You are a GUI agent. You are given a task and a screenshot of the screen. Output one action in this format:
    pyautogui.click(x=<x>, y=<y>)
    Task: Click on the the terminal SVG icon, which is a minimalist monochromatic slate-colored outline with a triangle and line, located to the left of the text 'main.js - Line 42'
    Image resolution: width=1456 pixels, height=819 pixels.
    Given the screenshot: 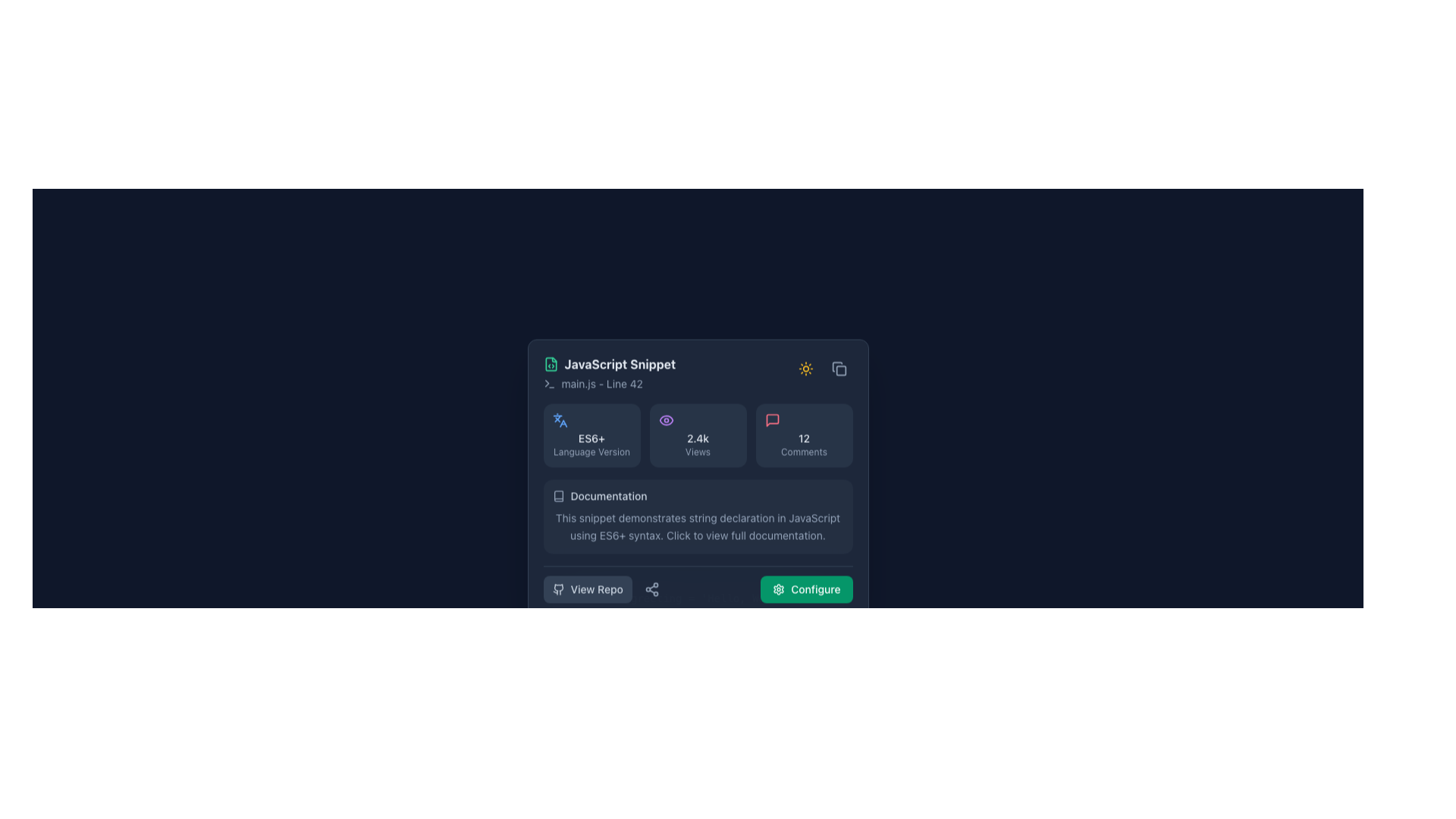 What is the action you would take?
    pyautogui.click(x=548, y=383)
    